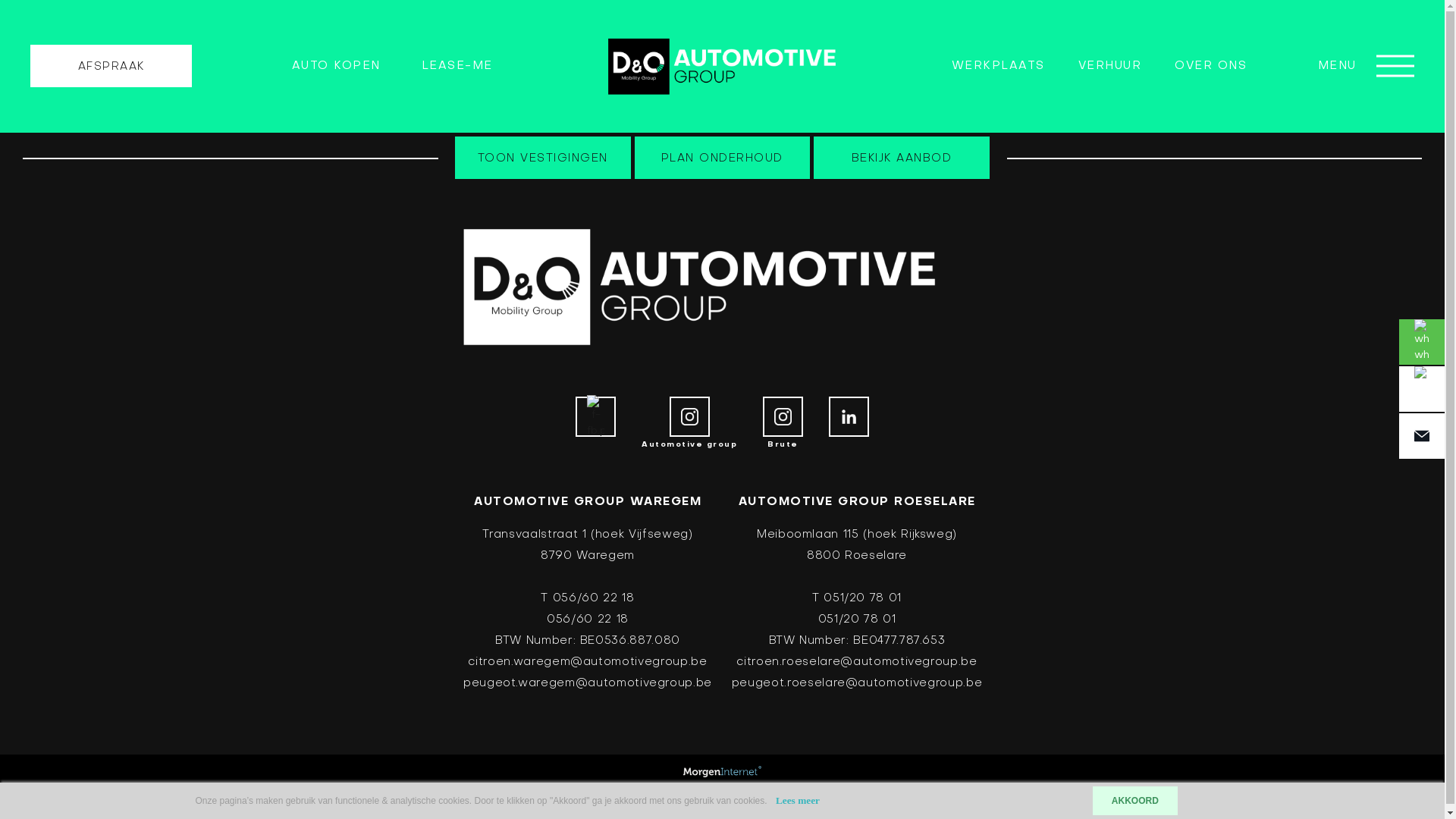 The height and width of the screenshot is (819, 1456). Describe the element at coordinates (1110, 65) in the screenshot. I see `'VERHUUR'` at that location.